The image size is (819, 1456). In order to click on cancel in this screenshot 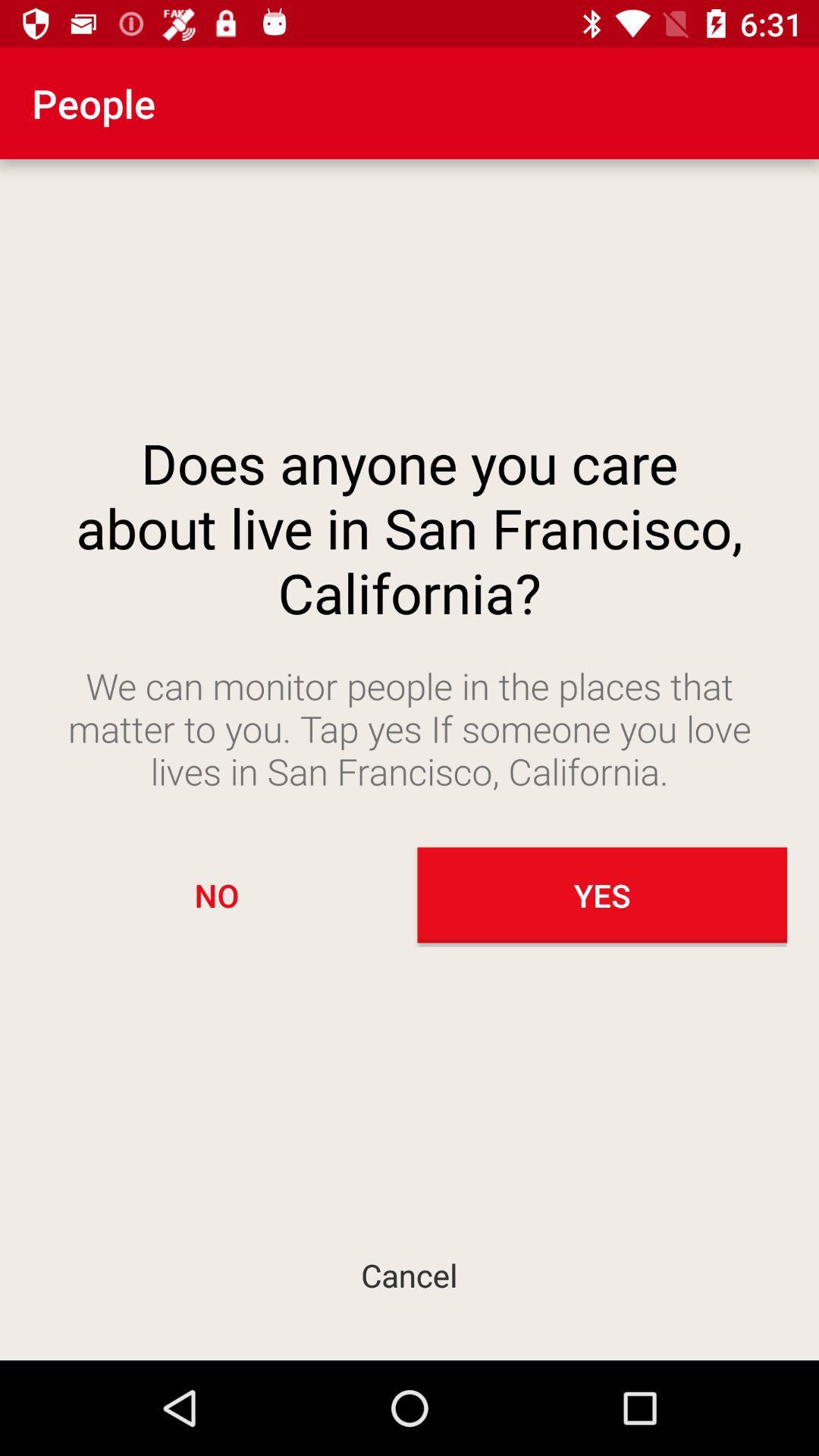, I will do `click(409, 1274)`.